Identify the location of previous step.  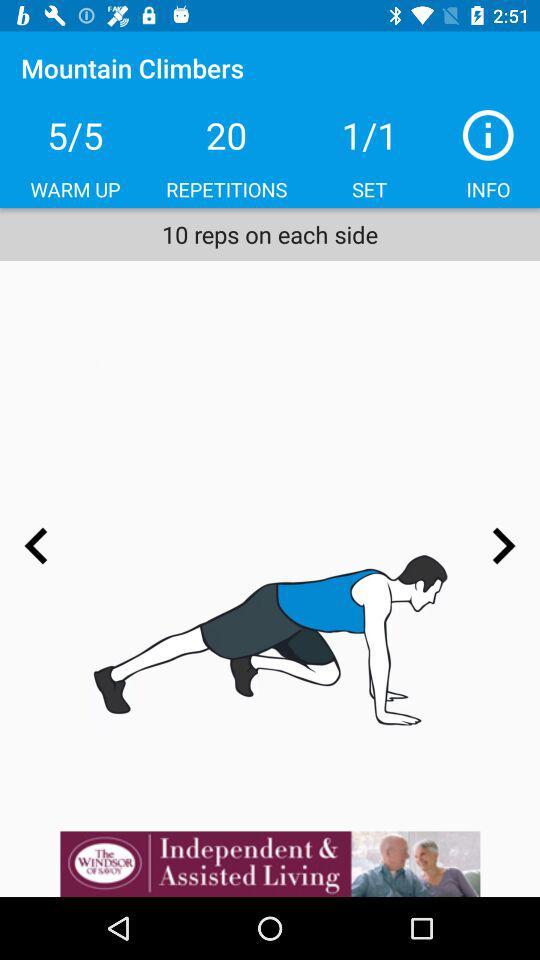
(36, 546).